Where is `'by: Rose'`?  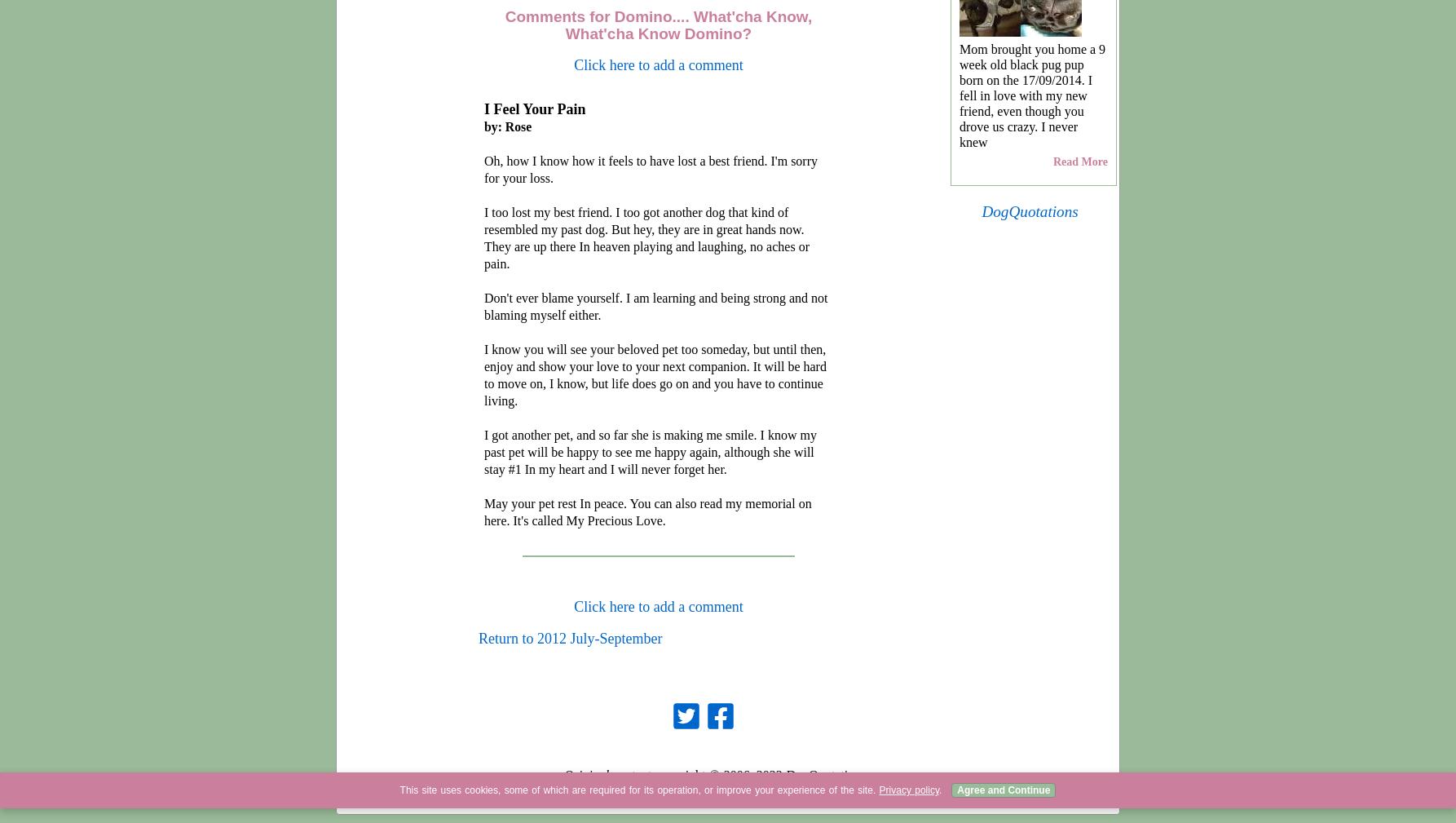
'by: Rose' is located at coordinates (507, 126).